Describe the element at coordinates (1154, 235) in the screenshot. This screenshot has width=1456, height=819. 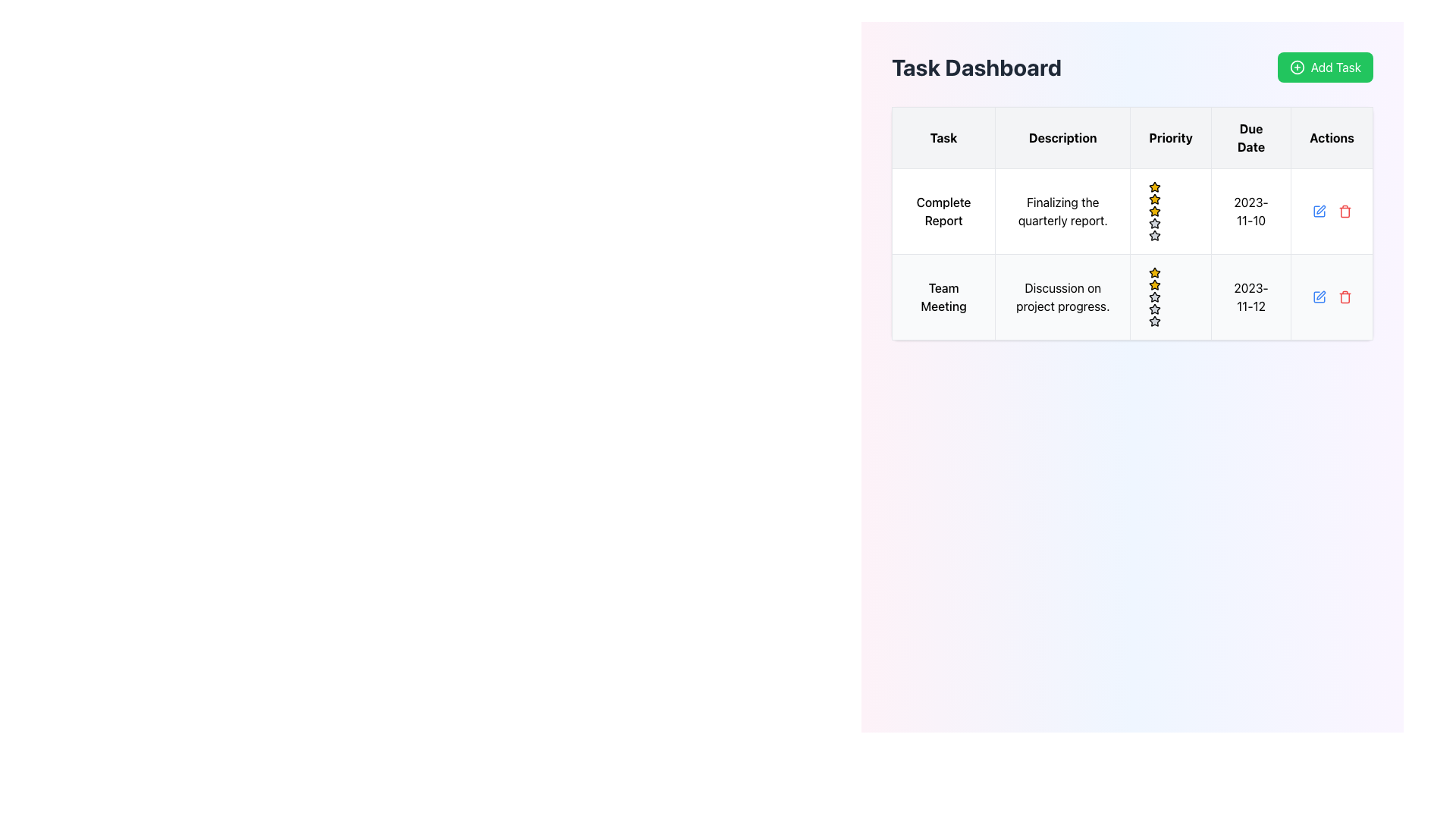
I see `the fifth star-shaped icon in the priority column indicating a selected rating for the 'Complete Report' task for visual feedback` at that location.